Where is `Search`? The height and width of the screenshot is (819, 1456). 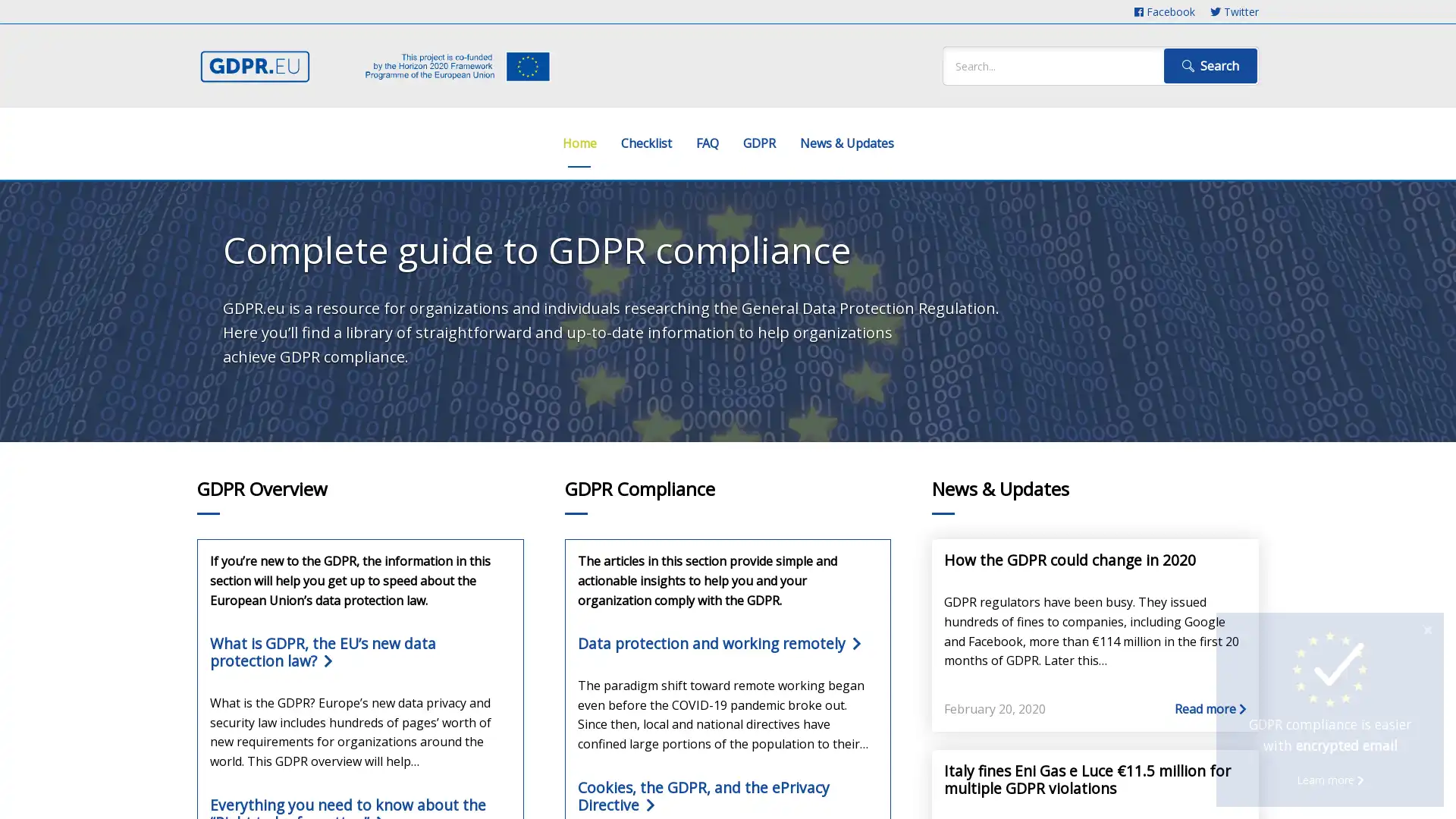
Search is located at coordinates (1210, 65).